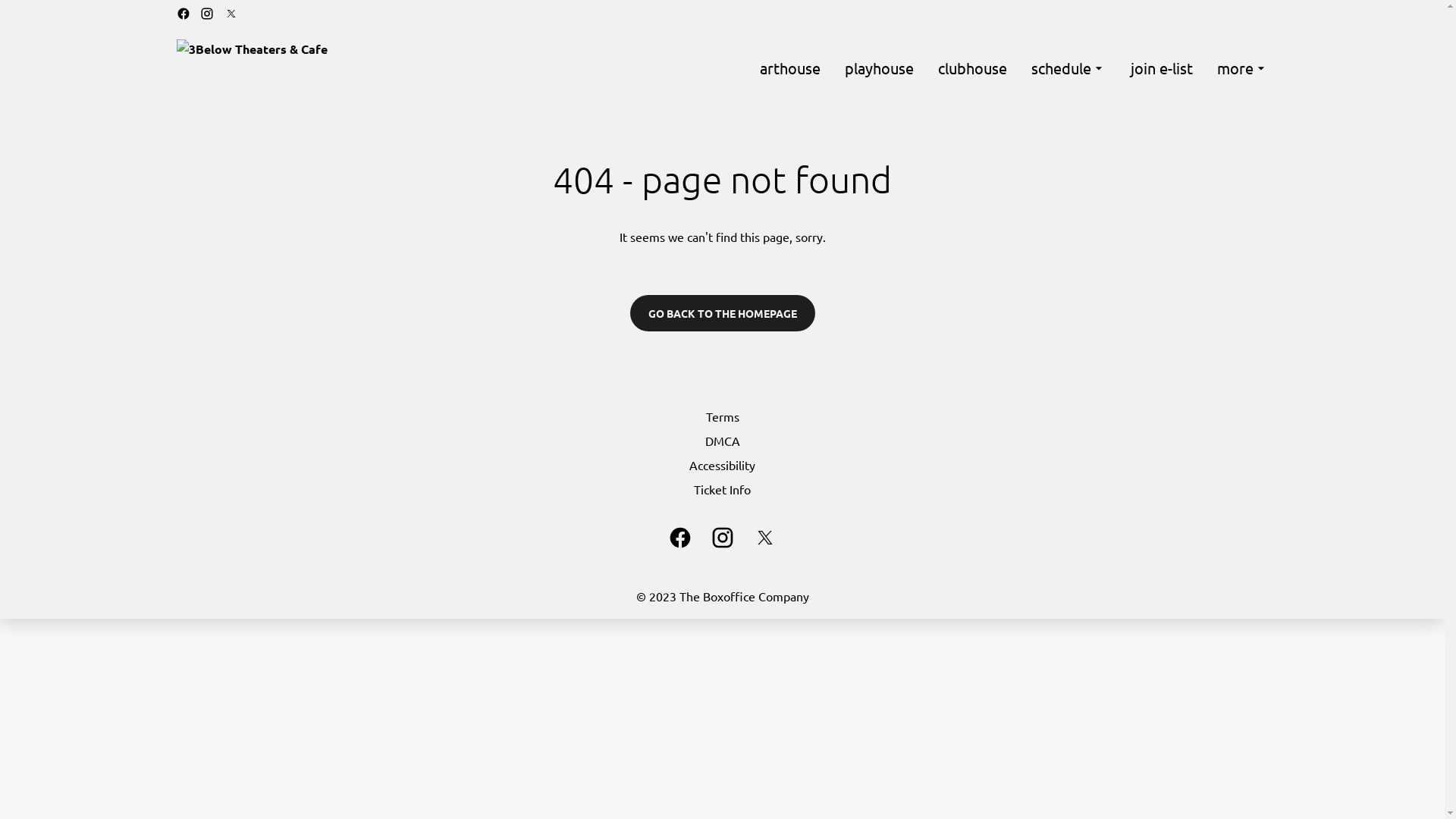 This screenshot has width=1456, height=819. I want to click on 'Accessibility', so click(720, 464).